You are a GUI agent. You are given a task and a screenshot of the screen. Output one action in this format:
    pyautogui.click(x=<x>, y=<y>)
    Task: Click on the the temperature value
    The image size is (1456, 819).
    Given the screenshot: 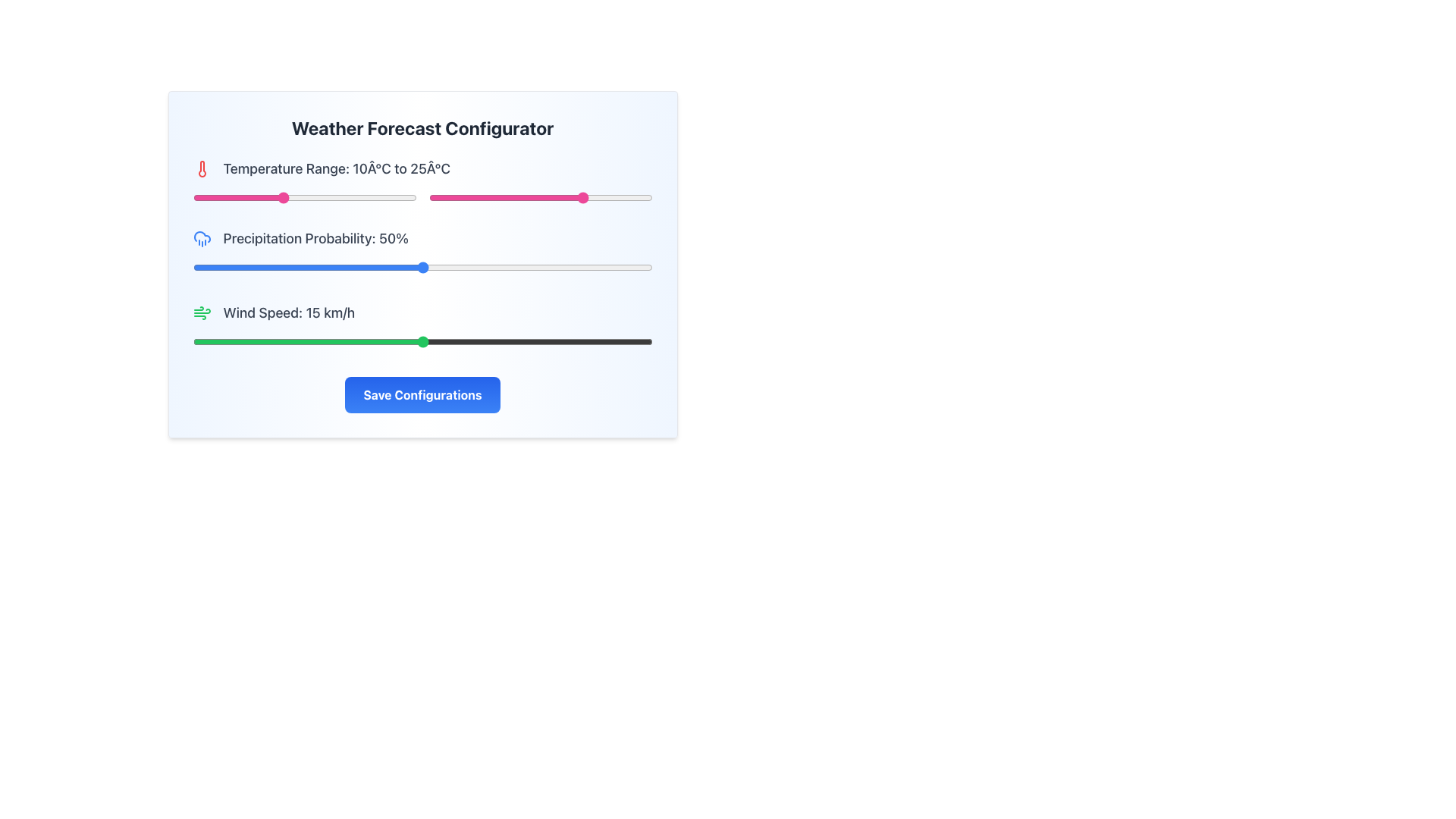 What is the action you would take?
    pyautogui.click(x=513, y=197)
    